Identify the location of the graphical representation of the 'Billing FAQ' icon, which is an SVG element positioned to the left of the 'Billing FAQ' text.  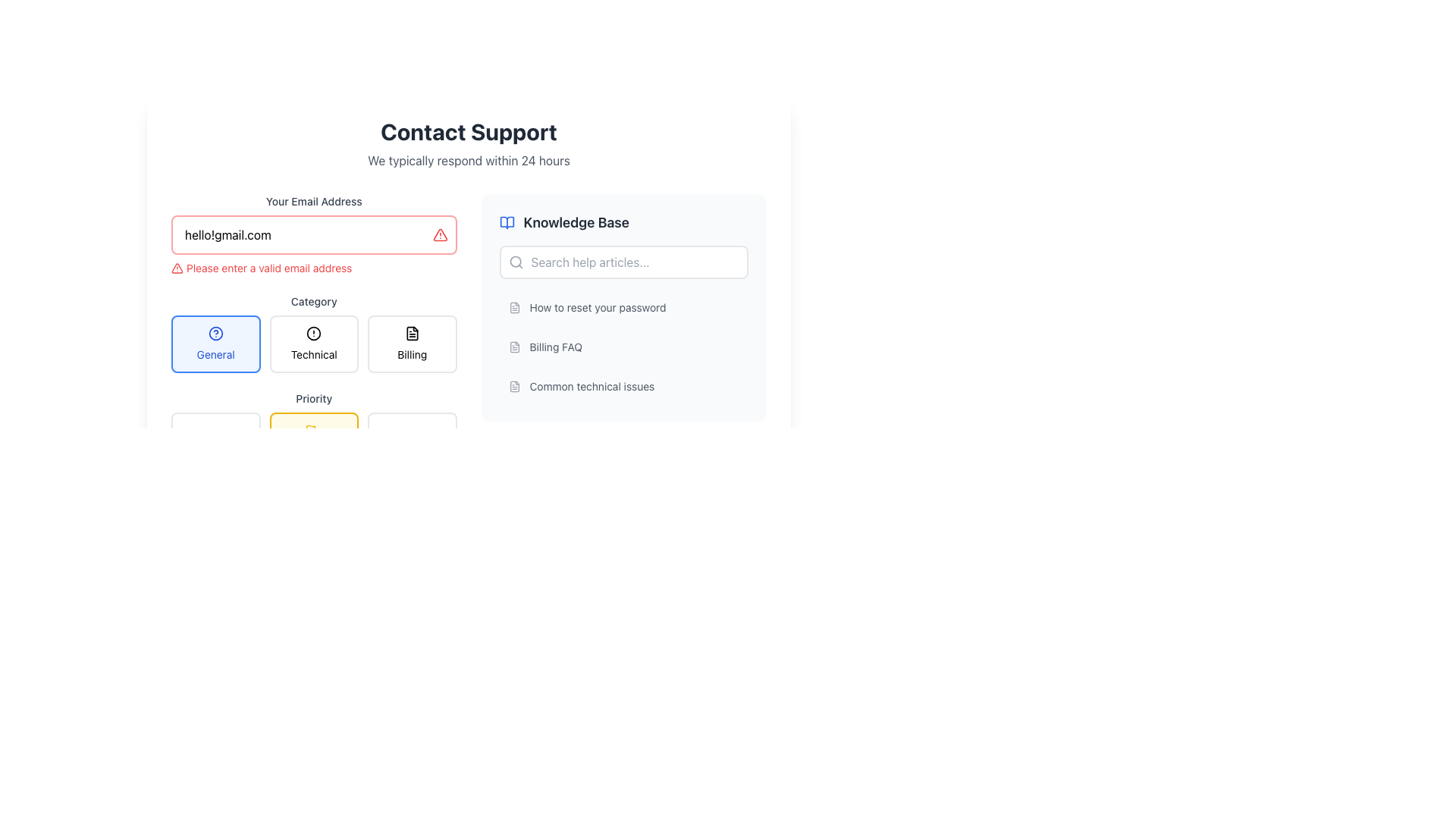
(514, 347).